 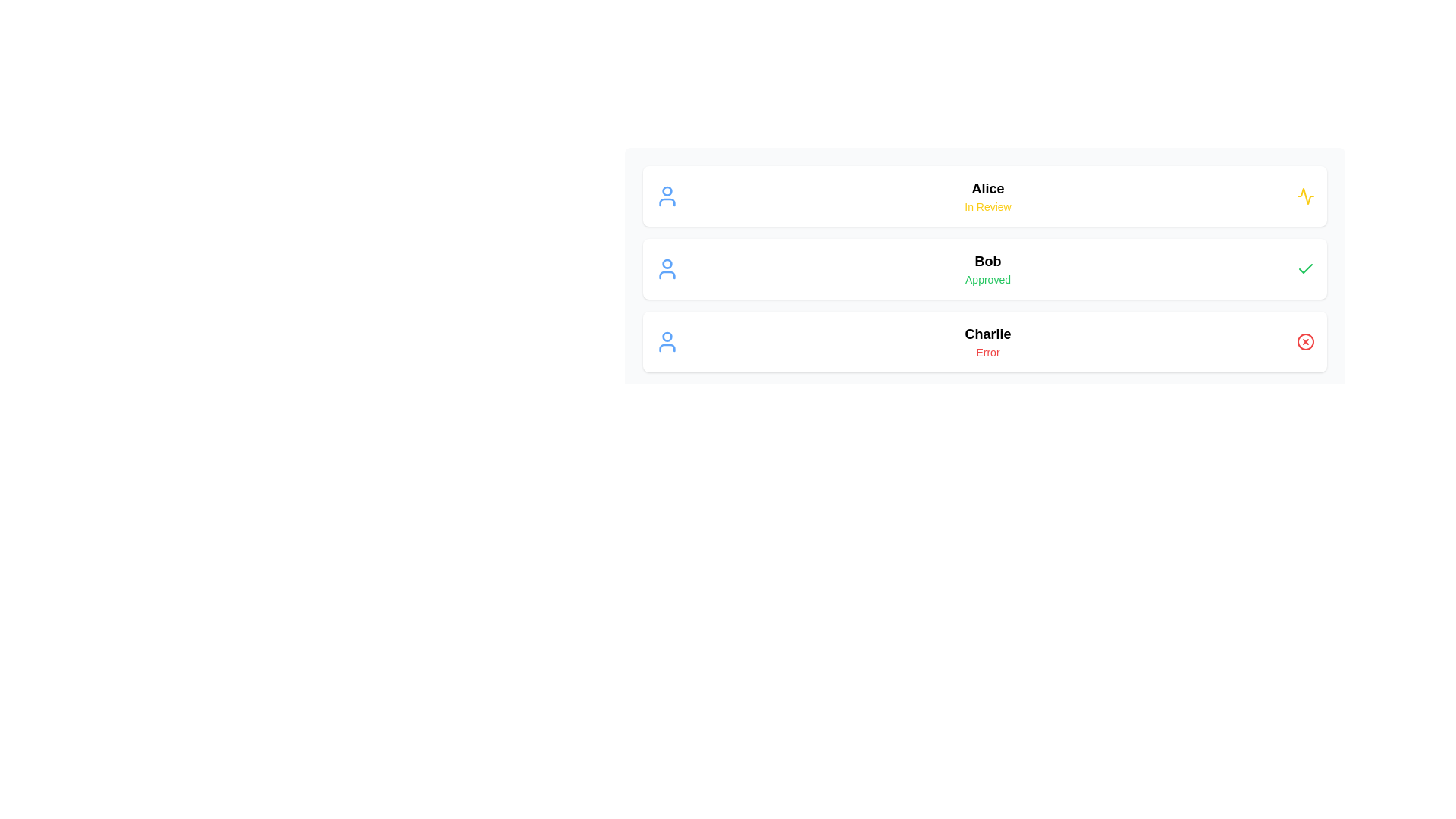 I want to click on the text display area containing 'Bob' in bold black font and 'Approved' in green, located in the central column of the second row of a vertically stacked list, so click(x=987, y=268).